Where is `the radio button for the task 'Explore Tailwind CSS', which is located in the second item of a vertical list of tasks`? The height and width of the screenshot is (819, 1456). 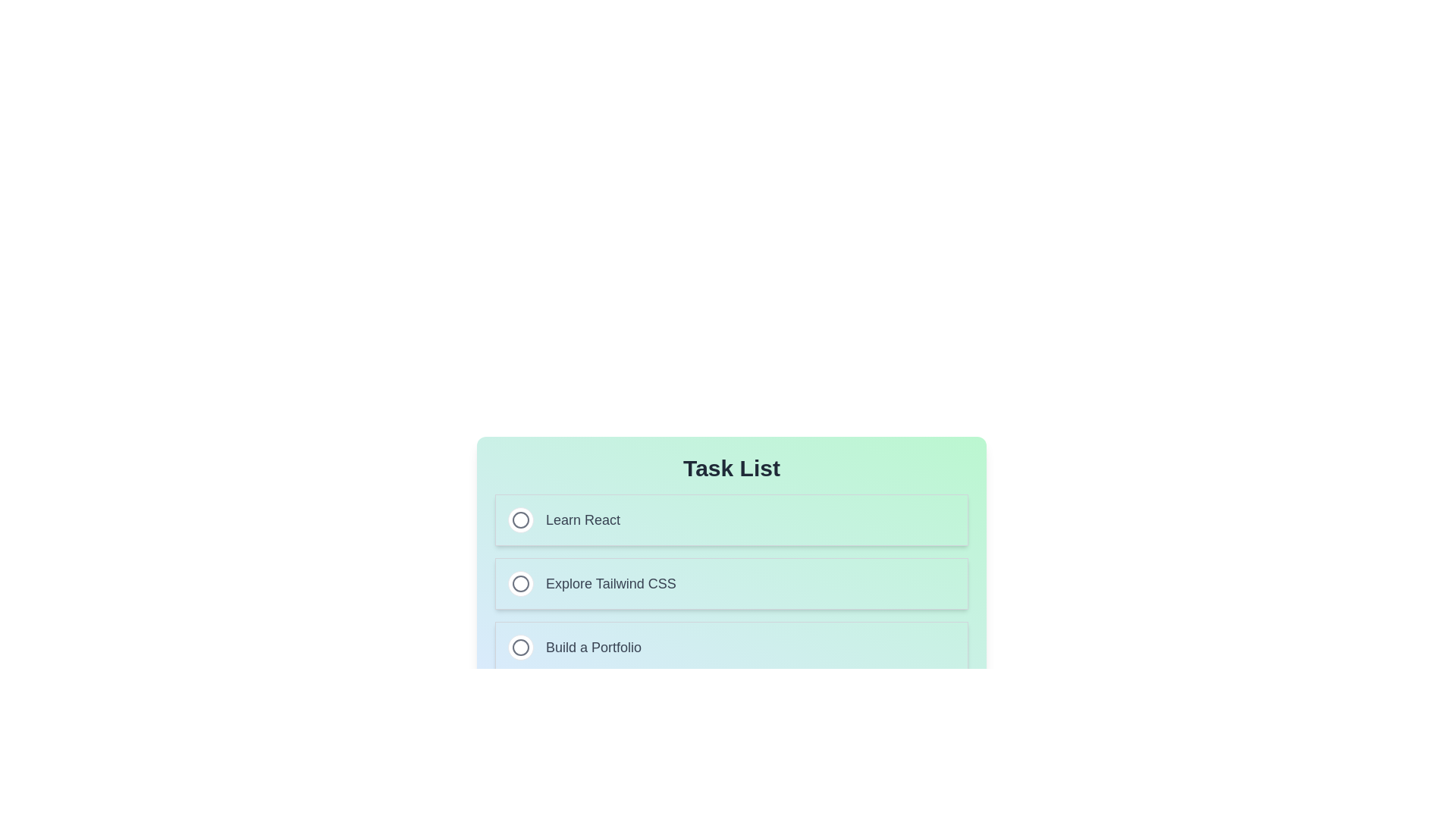 the radio button for the task 'Explore Tailwind CSS', which is located in the second item of a vertical list of tasks is located at coordinates (520, 583).